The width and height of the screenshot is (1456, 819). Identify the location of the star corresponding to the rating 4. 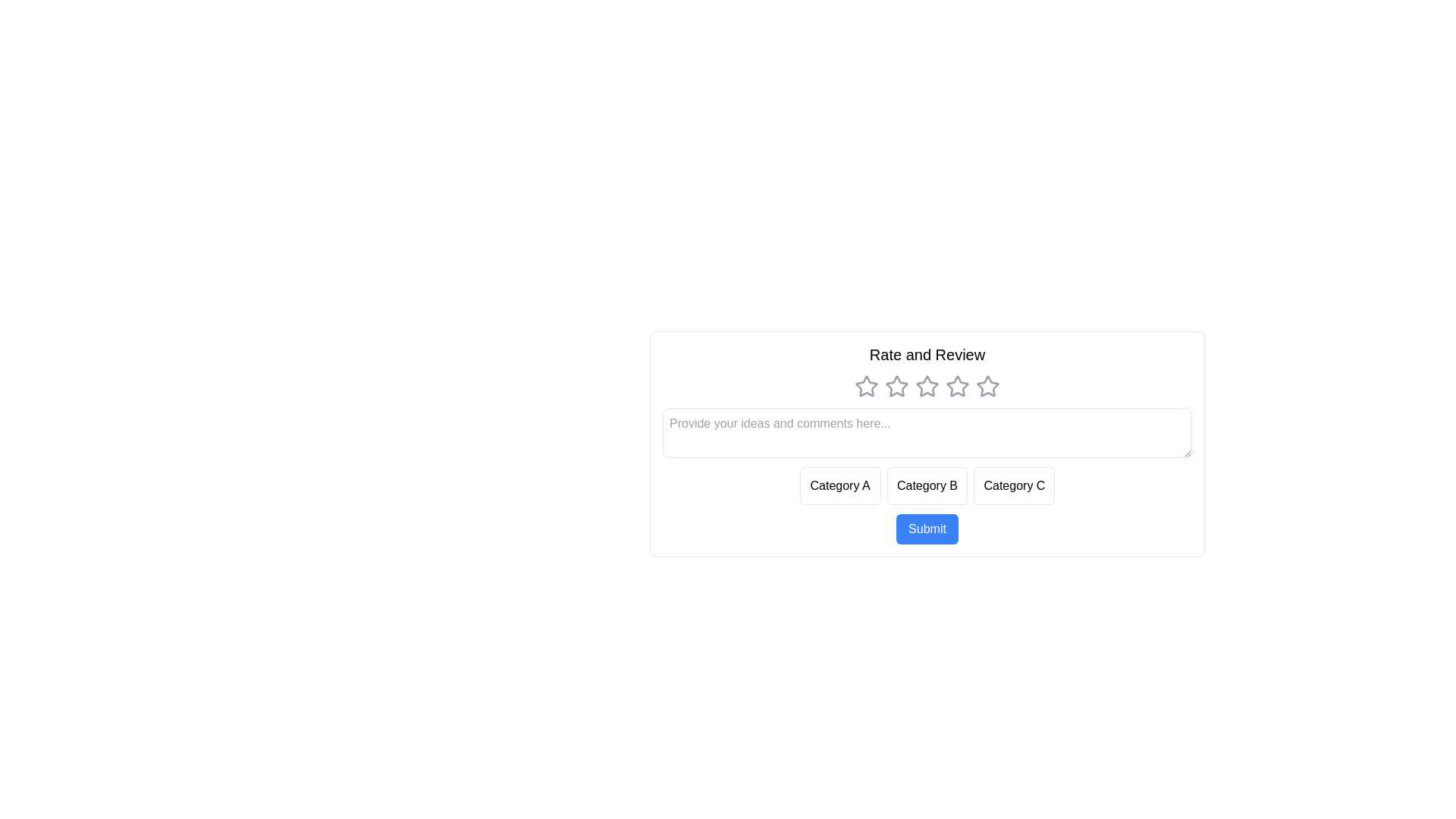
(956, 385).